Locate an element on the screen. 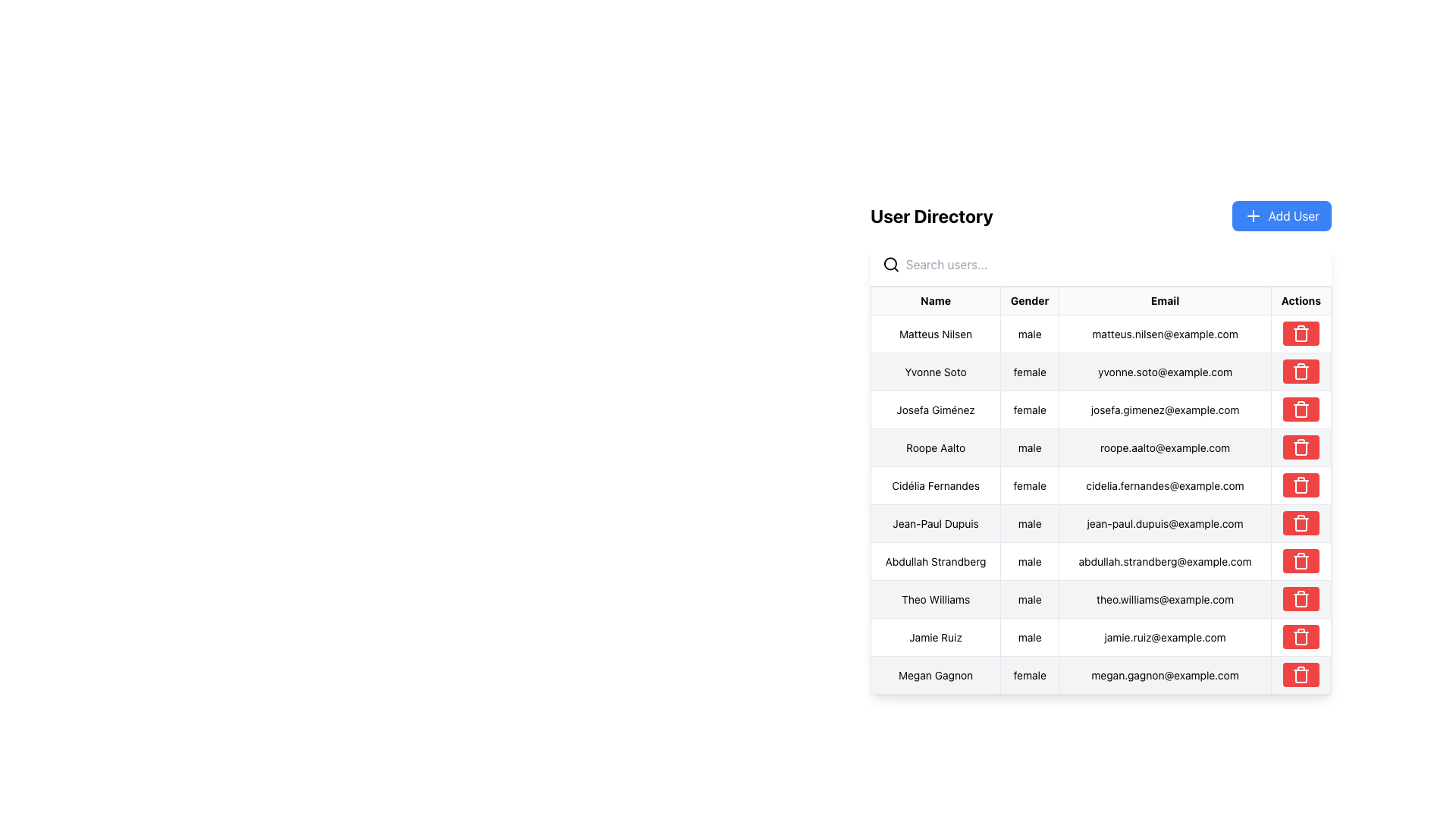 The width and height of the screenshot is (1456, 819). the content of the Text Label displaying 'Josefa Giménez' in the user directory table, which is the first cell in the 'Name' column is located at coordinates (934, 409).